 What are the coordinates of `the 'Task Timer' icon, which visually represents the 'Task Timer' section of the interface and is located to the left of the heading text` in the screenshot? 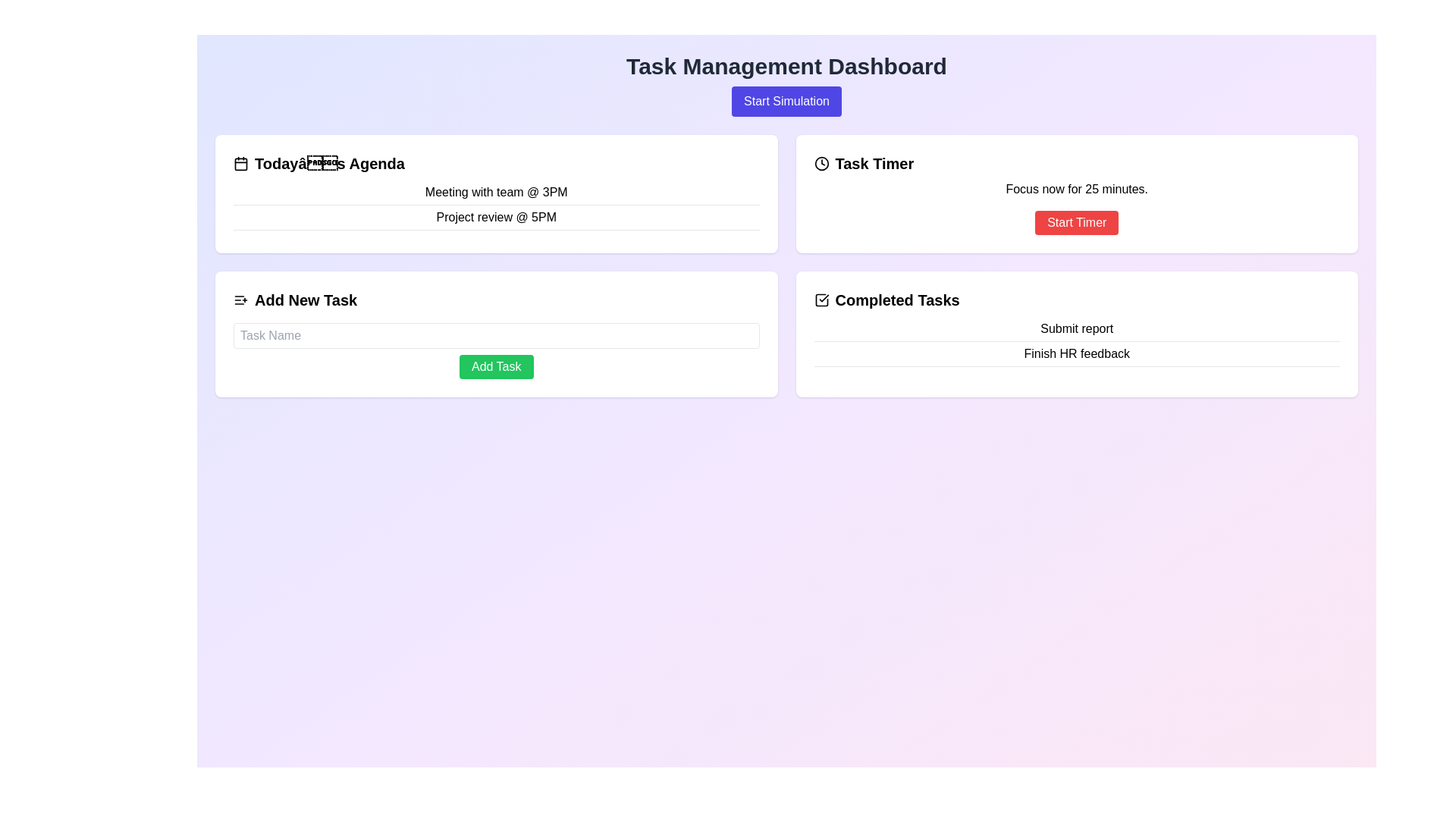 It's located at (821, 164).